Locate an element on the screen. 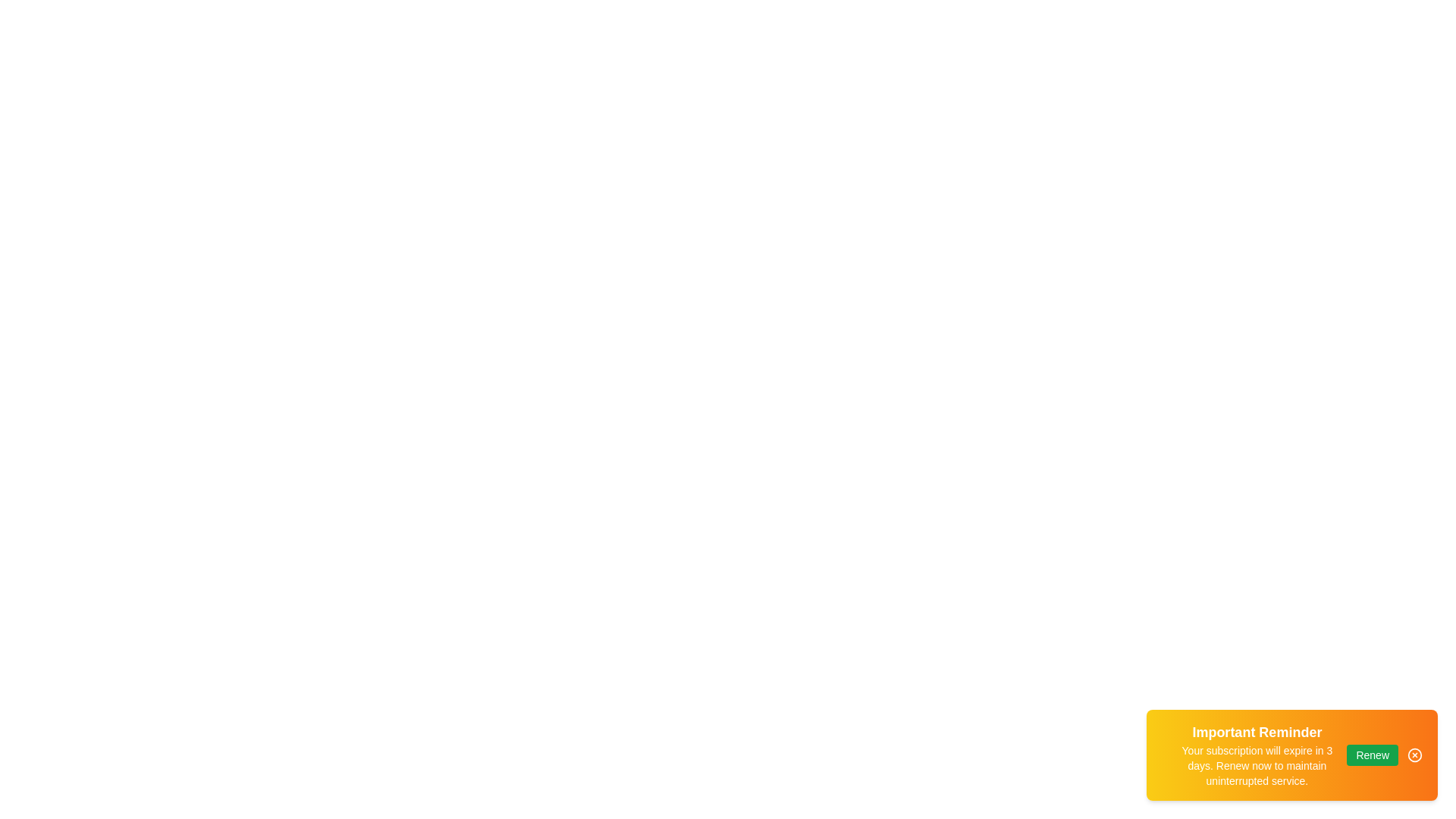 The height and width of the screenshot is (819, 1456). the 'Renew' button to renew the subscription is located at coordinates (1373, 755).